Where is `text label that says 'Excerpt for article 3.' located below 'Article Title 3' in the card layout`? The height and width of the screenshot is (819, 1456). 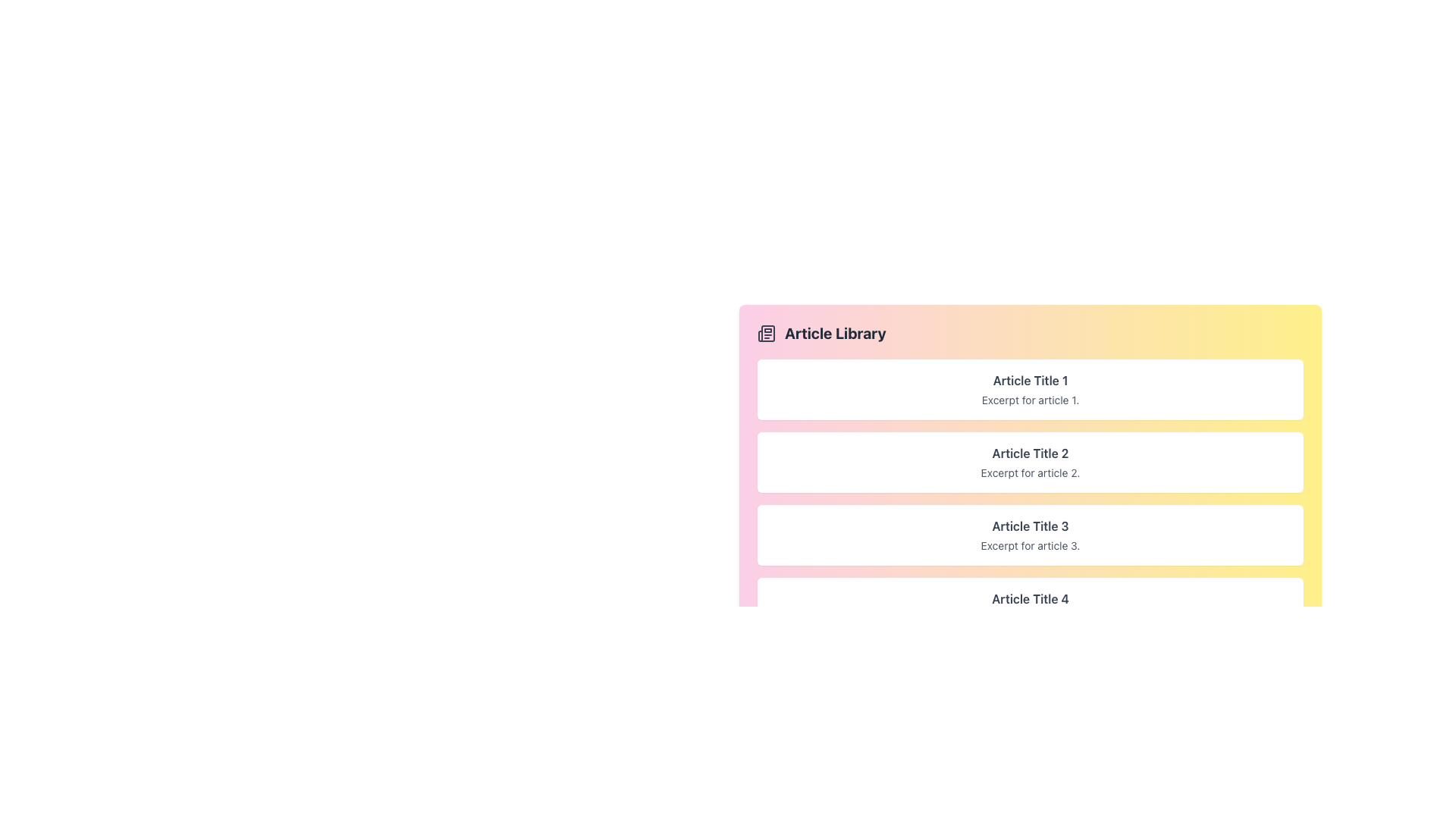
text label that says 'Excerpt for article 3.' located below 'Article Title 3' in the card layout is located at coordinates (1030, 546).